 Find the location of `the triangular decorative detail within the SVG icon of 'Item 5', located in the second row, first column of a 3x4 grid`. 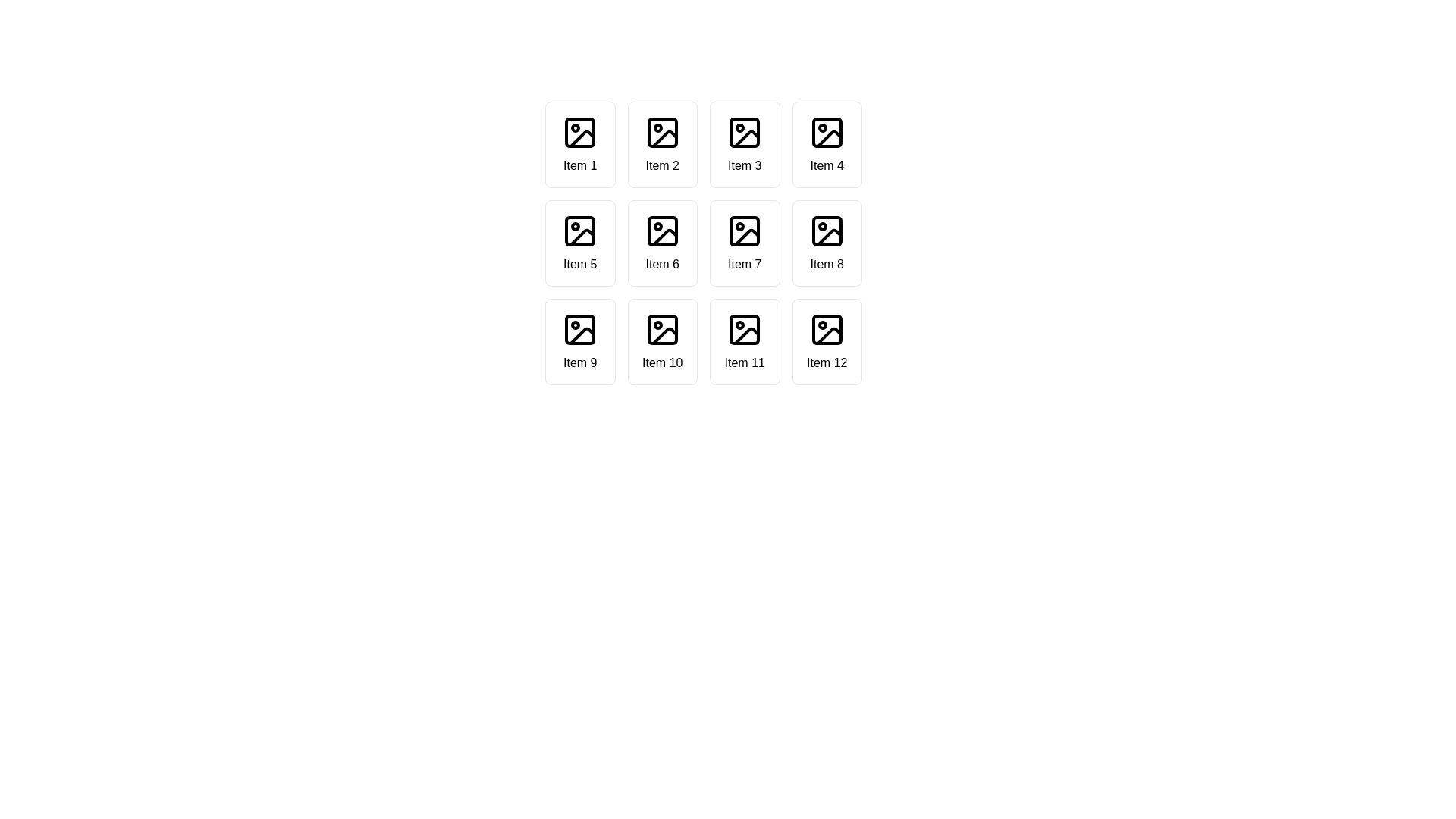

the triangular decorative detail within the SVG icon of 'Item 5', located in the second row, first column of a 3x4 grid is located at coordinates (582, 237).